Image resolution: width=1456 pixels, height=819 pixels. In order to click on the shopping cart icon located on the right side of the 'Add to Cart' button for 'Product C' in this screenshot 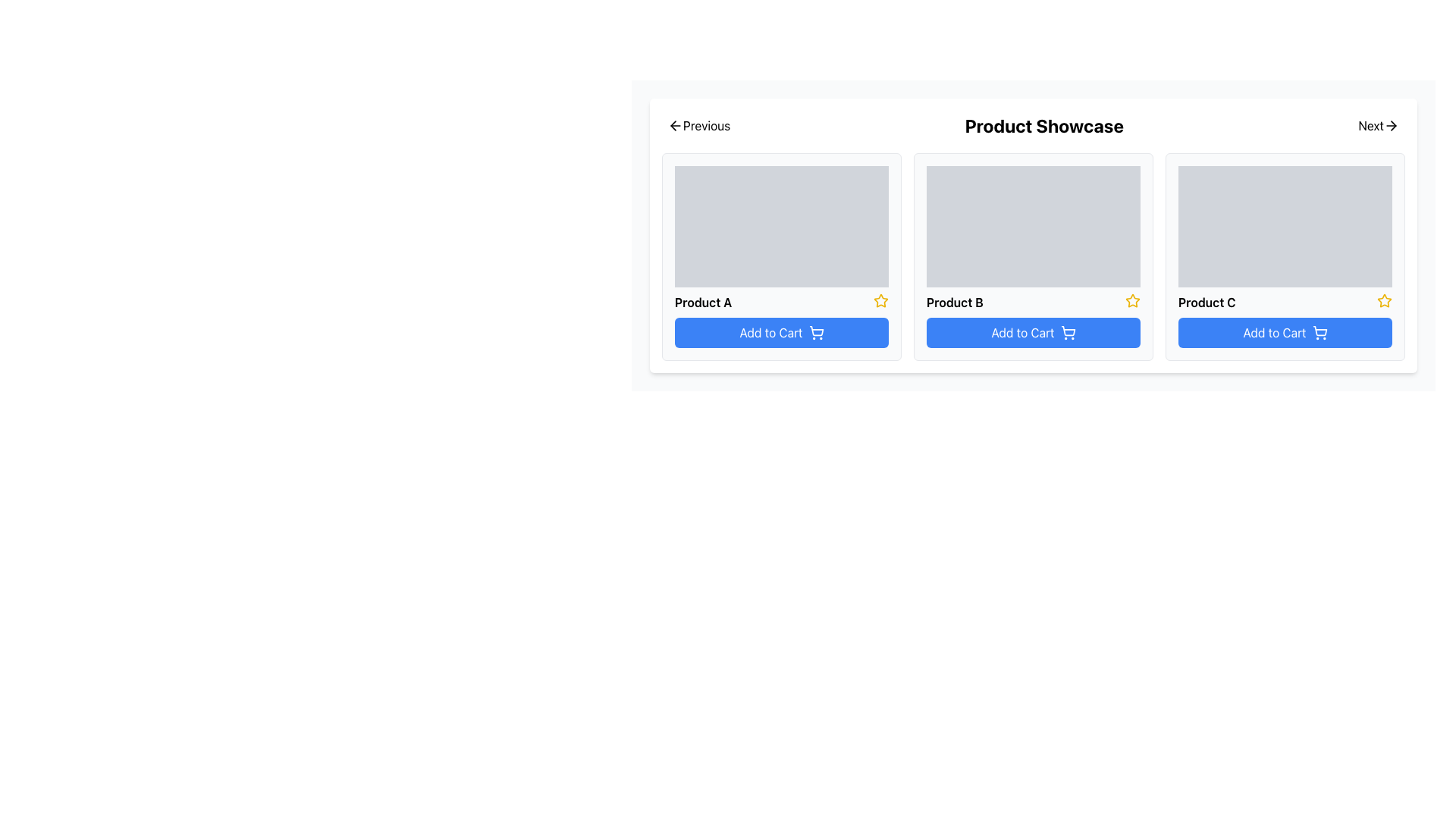, I will do `click(1319, 332)`.